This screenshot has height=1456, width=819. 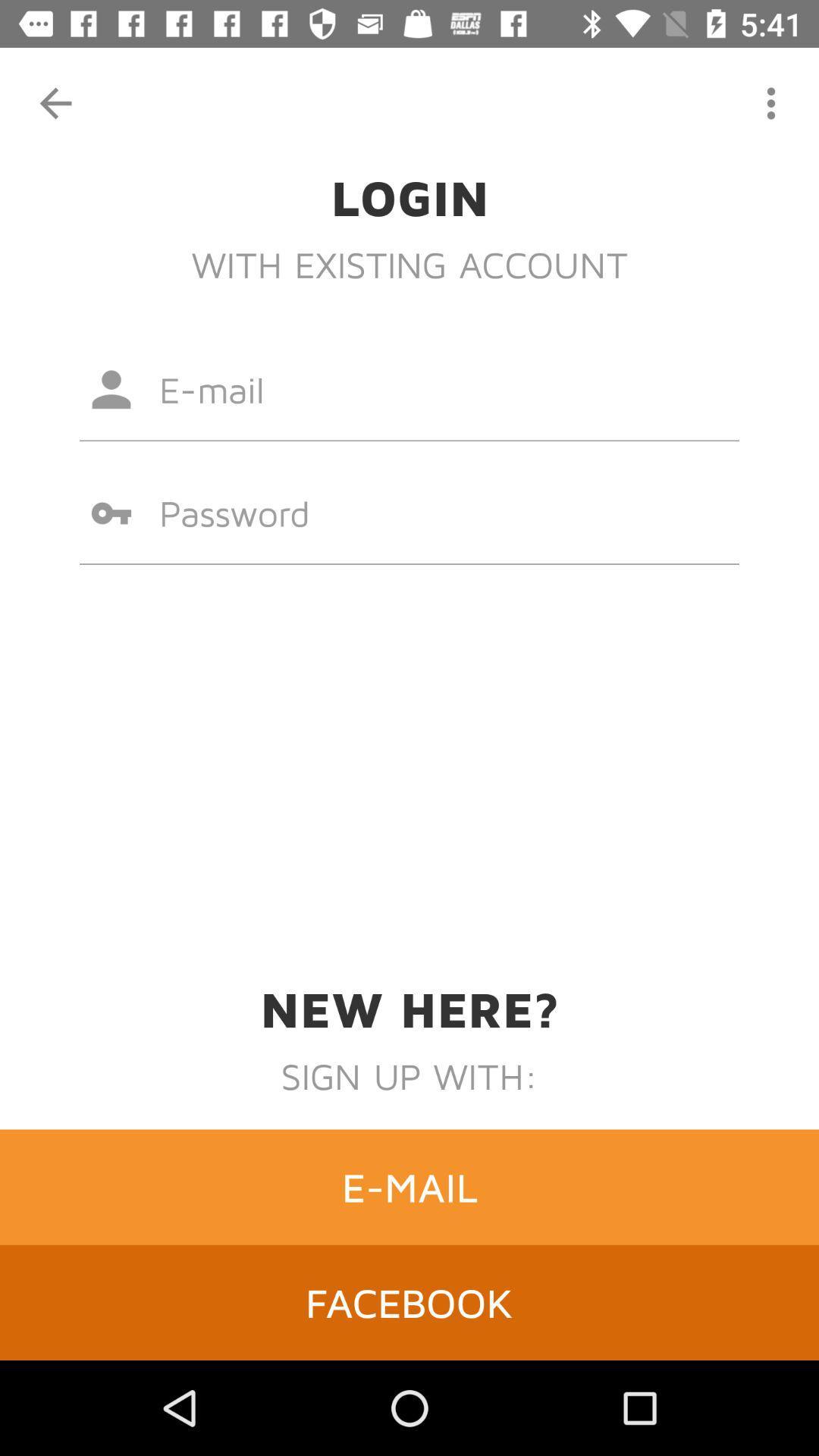 What do you see at coordinates (55, 102) in the screenshot?
I see `the item above login icon` at bounding box center [55, 102].